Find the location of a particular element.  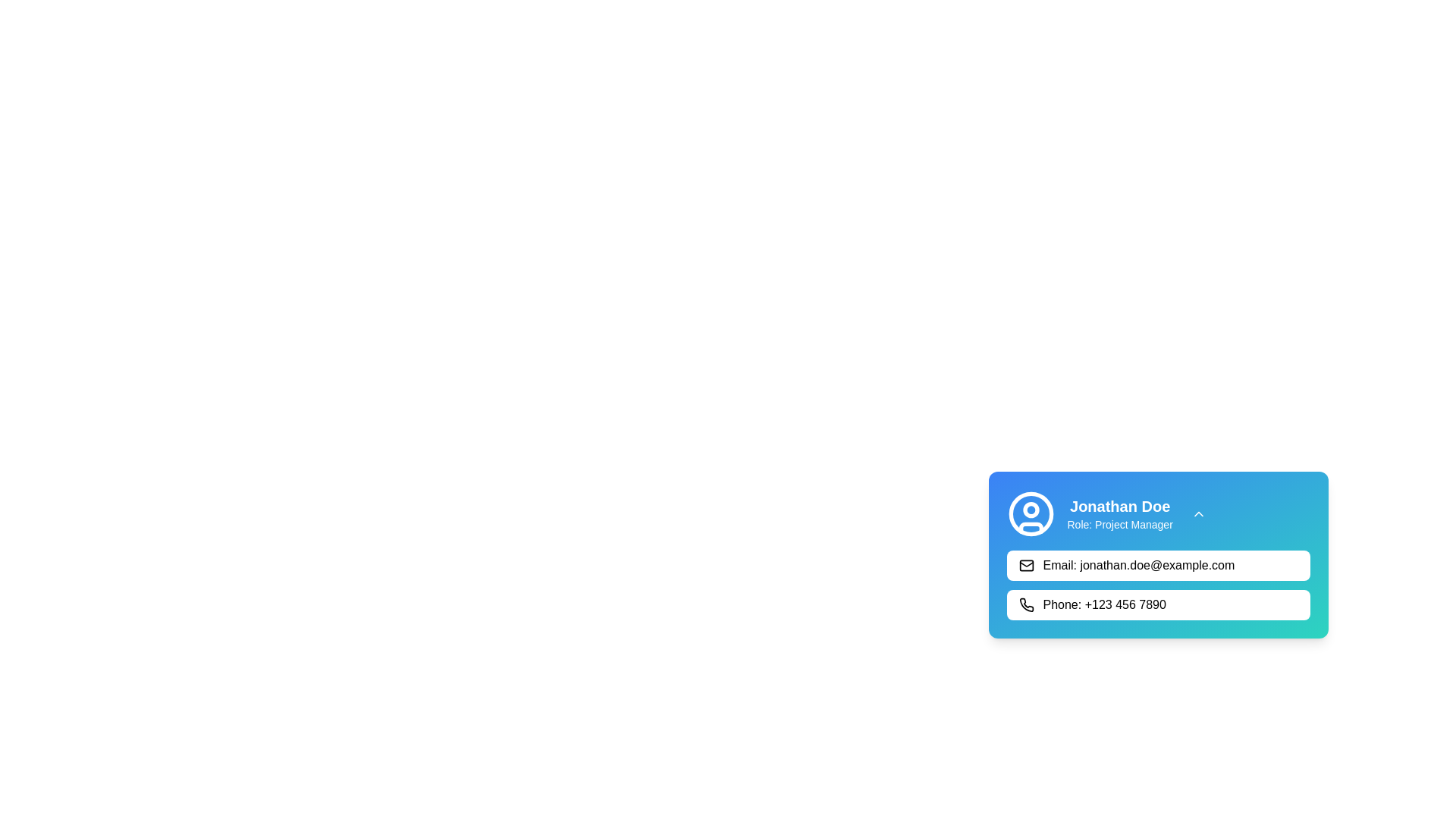

the black phone receiver icon located to the left of the phone number text in the contact information UI component is located at coordinates (1026, 604).